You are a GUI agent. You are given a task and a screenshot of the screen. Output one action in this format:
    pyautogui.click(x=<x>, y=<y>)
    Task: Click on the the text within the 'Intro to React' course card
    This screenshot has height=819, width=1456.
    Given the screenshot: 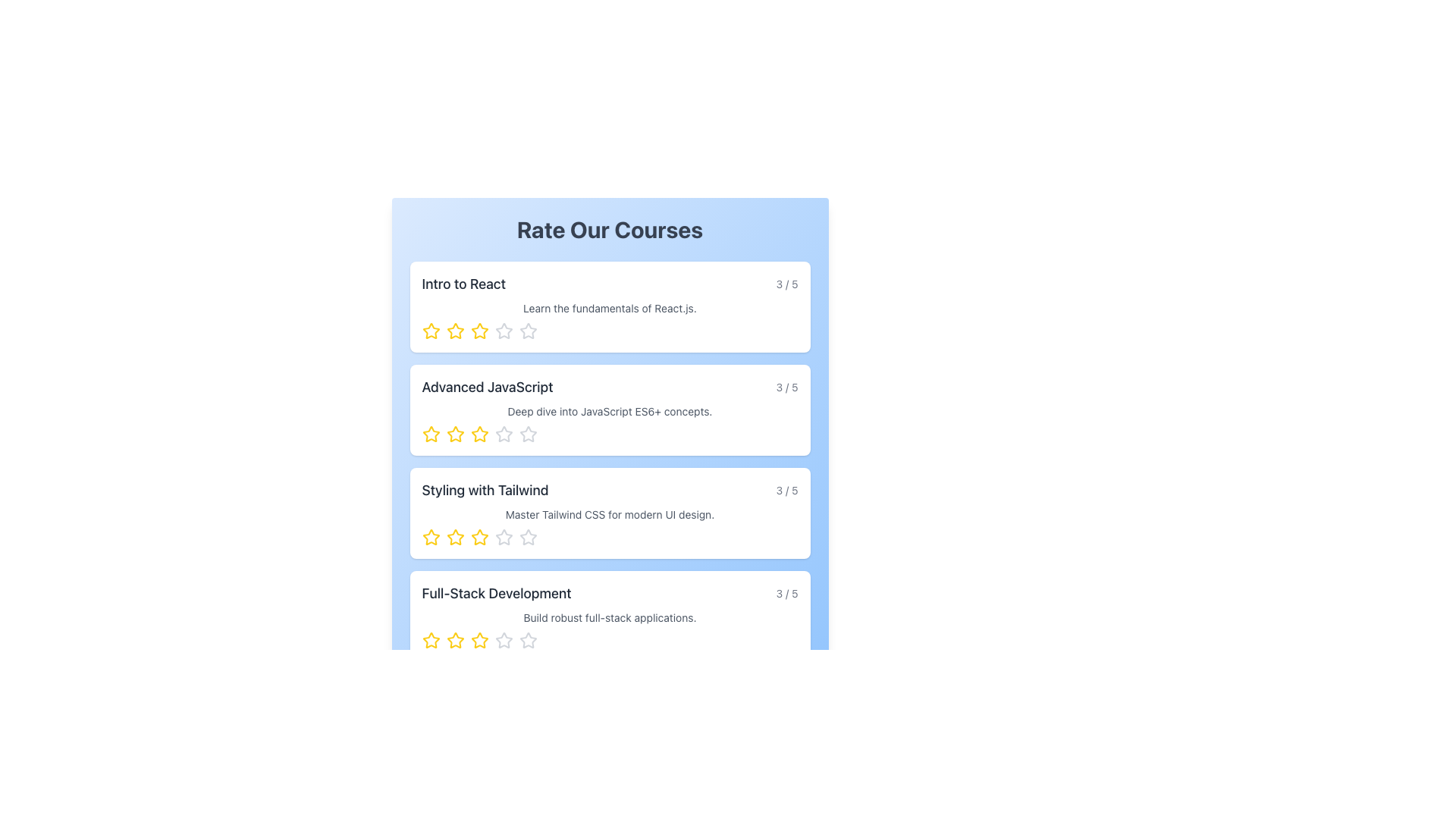 What is the action you would take?
    pyautogui.click(x=610, y=307)
    